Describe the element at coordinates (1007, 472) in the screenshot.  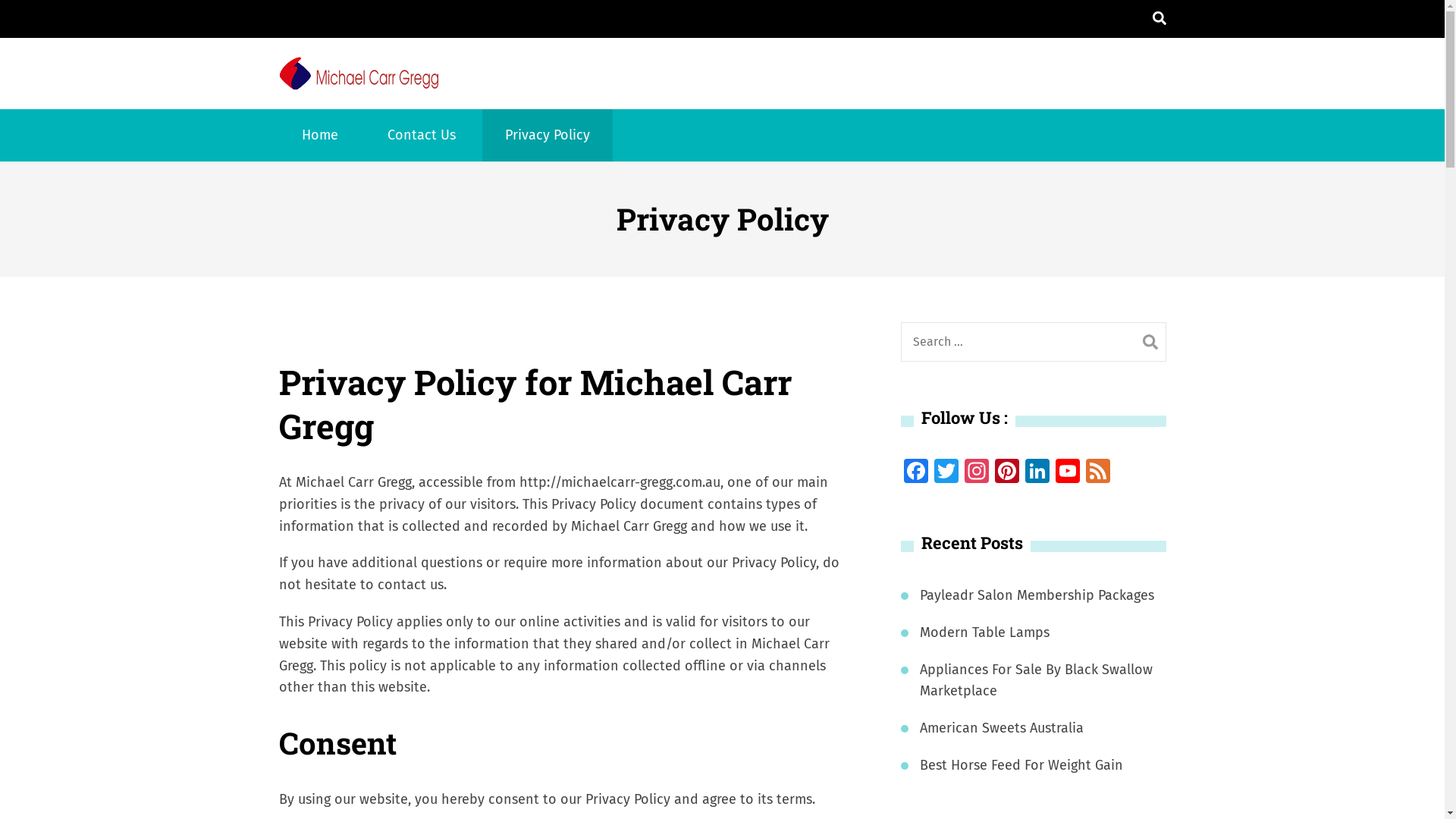
I see `'Pinterest'` at that location.